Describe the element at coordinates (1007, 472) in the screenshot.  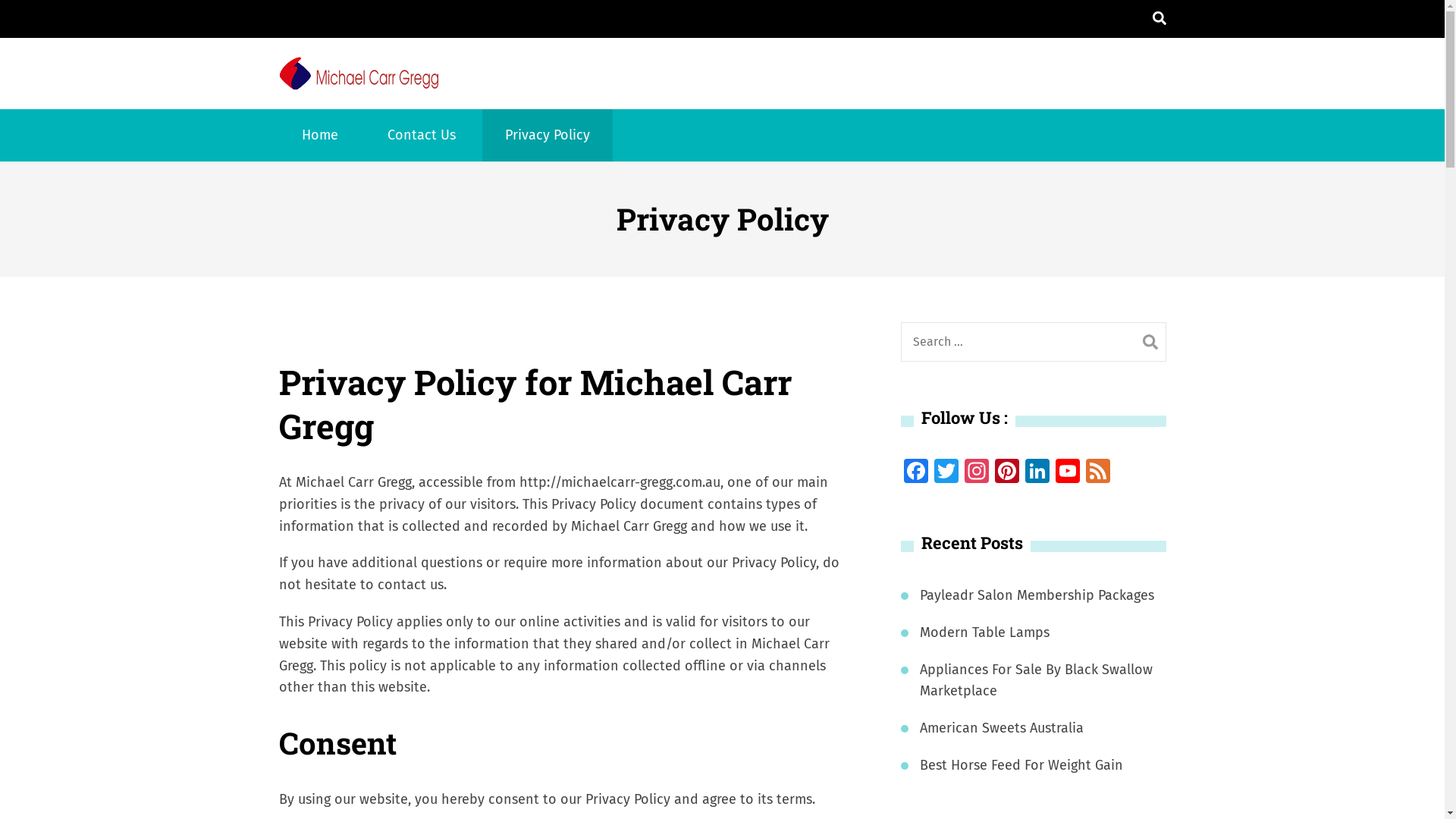
I see `'Pinterest'` at that location.